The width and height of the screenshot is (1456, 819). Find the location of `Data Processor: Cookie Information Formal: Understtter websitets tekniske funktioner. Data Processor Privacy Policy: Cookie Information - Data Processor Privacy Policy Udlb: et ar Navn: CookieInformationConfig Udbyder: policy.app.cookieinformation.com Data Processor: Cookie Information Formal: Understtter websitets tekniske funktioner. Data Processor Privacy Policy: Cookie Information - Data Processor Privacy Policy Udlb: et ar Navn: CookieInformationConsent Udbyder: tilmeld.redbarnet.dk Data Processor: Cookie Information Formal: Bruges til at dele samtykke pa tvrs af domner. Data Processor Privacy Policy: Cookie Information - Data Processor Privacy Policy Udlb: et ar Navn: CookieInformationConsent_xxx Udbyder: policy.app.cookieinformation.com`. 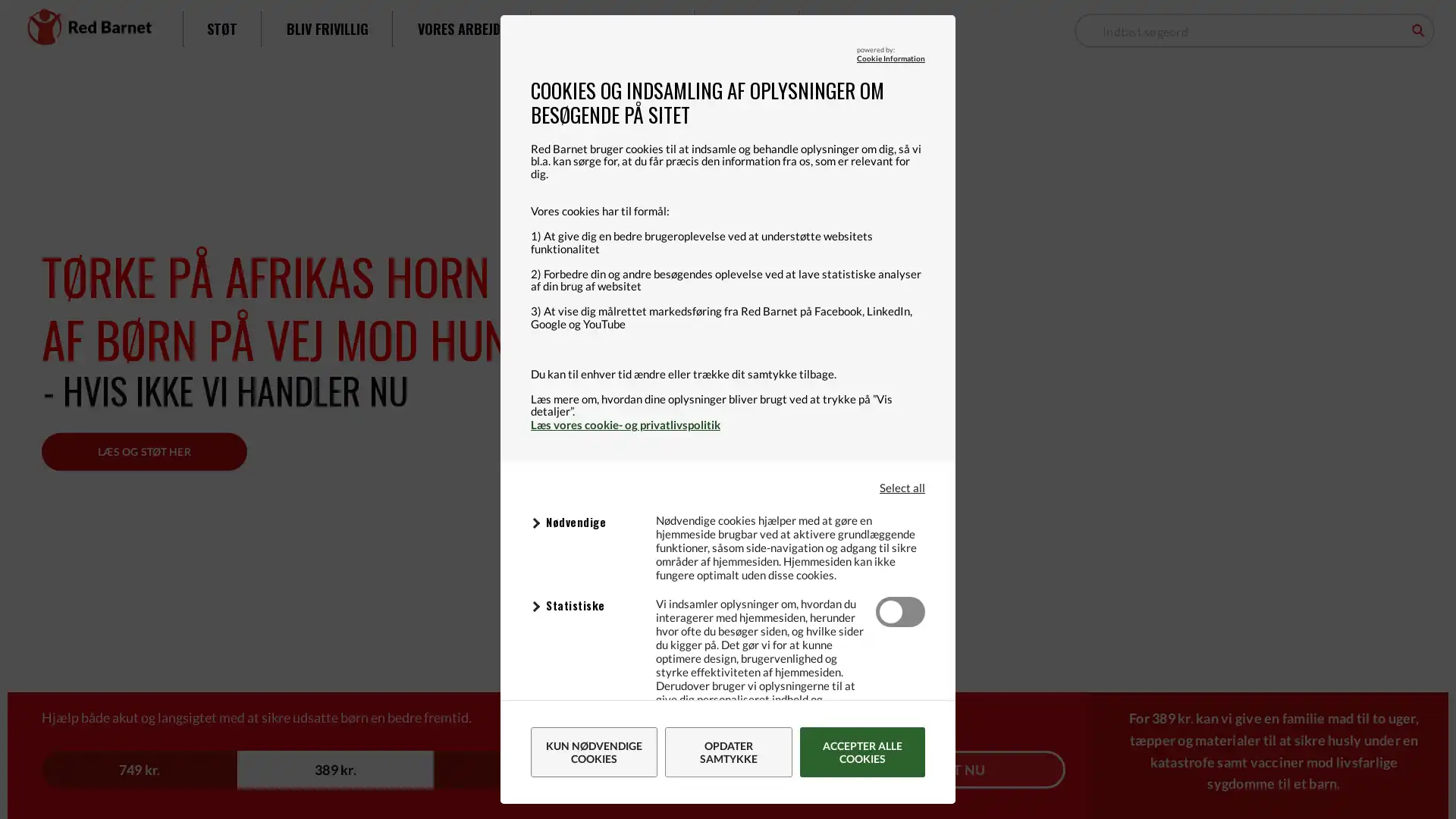

Data Processor: Cookie Information Formal: Understtter websitets tekniske funktioner. Data Processor Privacy Policy: Cookie Information - Data Processor Privacy Policy Udlb: et ar Navn: CookieInformationConfig Udbyder: policy.app.cookieinformation.com Data Processor: Cookie Information Formal: Understtter websitets tekniske funktioner. Data Processor Privacy Policy: Cookie Information - Data Processor Privacy Policy Udlb: et ar Navn: CookieInformationConsent Udbyder: tilmeld.redbarnet.dk Data Processor: Cookie Information Formal: Bruges til at dele samtykke pa tvrs af domner. Data Processor Privacy Policy: Cookie Information - Data Processor Privacy Policy Udlb: et ar Navn: CookieInformationConsent_xxx Udbyder: policy.app.cookieinformation.com is located at coordinates (585, 522).